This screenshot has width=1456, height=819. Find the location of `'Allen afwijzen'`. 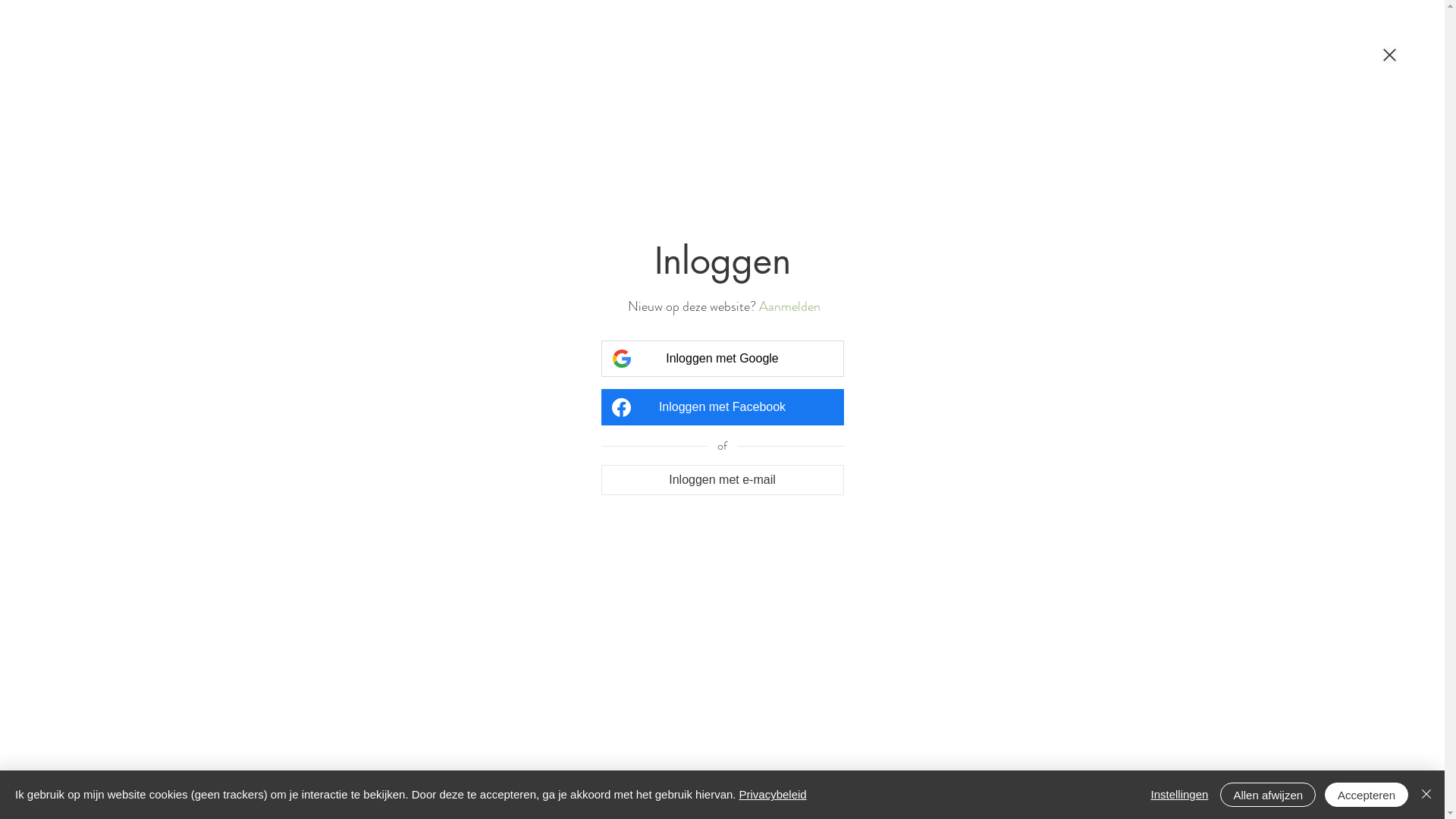

'Allen afwijzen' is located at coordinates (1219, 794).